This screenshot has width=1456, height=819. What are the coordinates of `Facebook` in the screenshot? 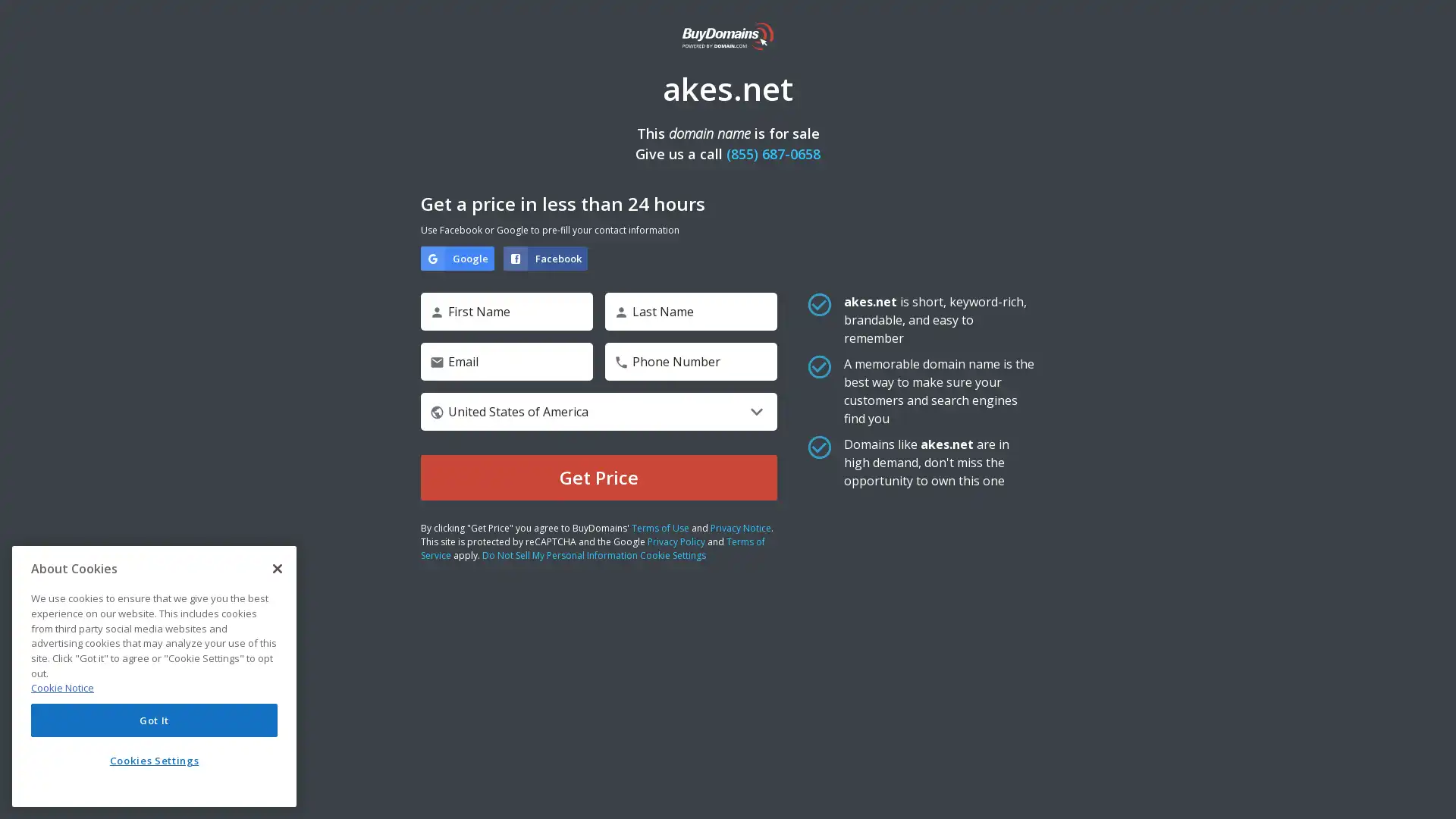 It's located at (545, 257).